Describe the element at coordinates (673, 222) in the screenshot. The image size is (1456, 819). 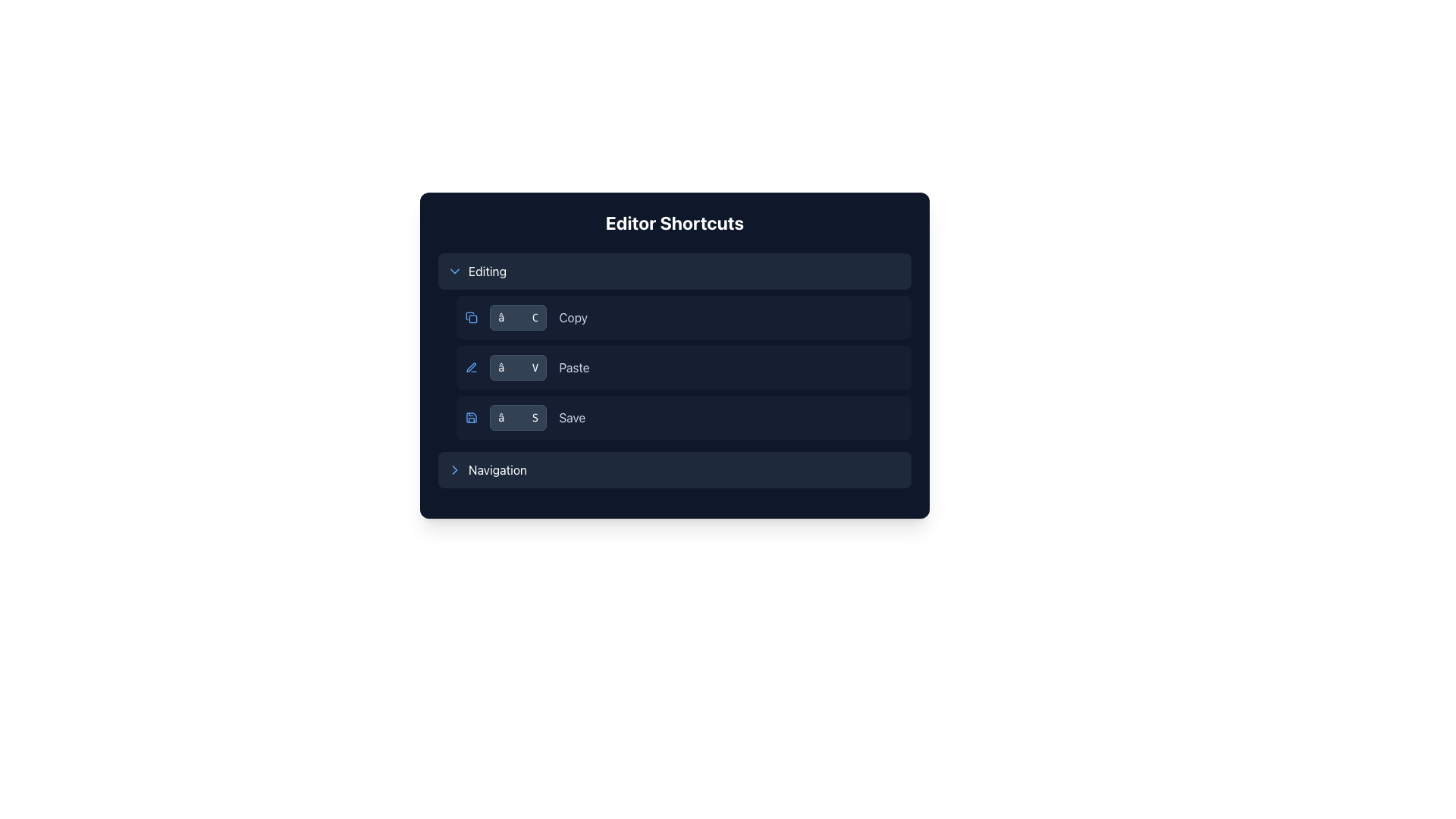
I see `the 'Editor Shortcuts' header text label, which is displayed in large, bold, white font on a dark blue background at the top of the widget` at that location.